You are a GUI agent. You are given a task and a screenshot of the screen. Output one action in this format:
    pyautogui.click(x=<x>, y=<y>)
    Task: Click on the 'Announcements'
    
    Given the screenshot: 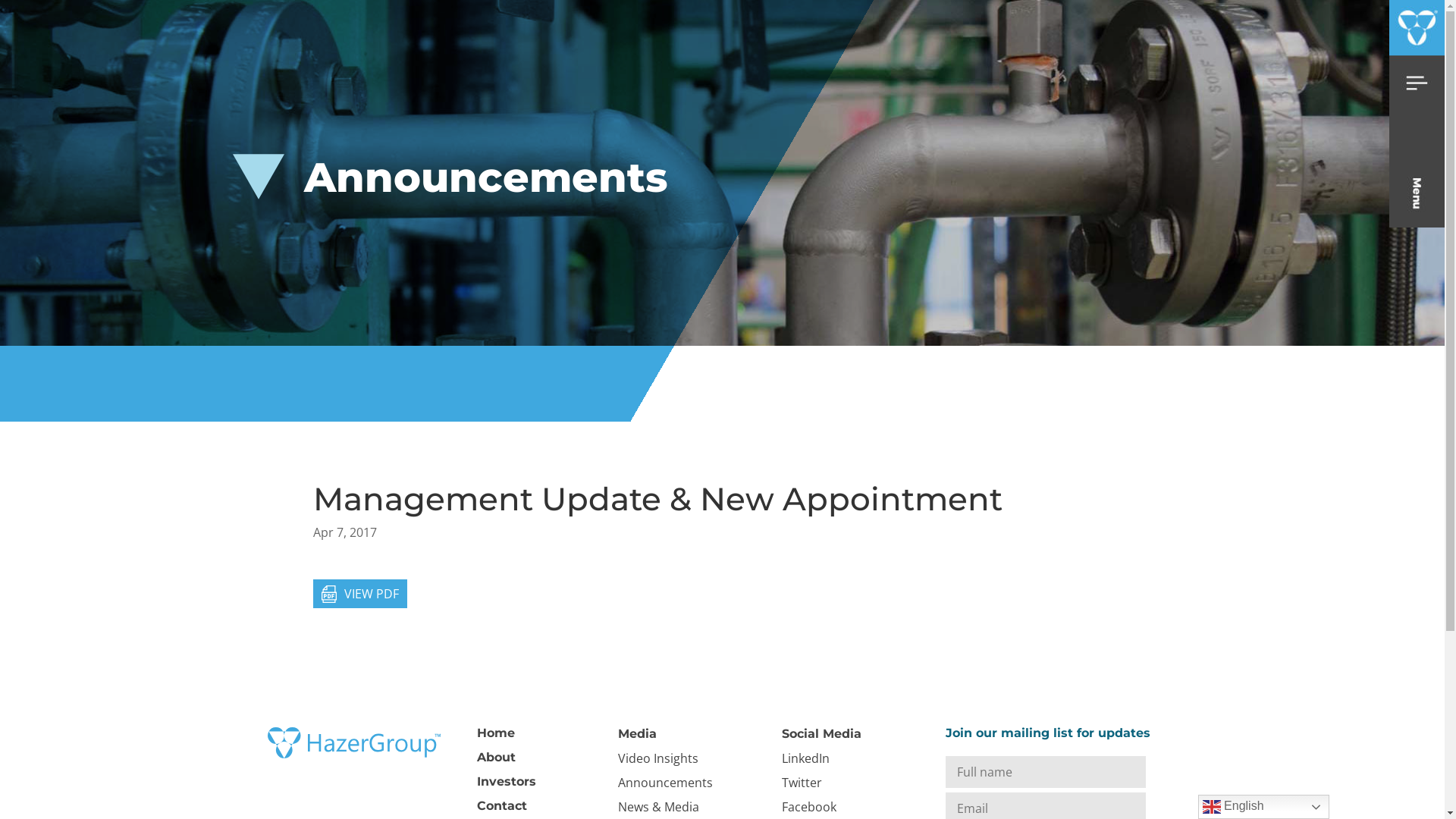 What is the action you would take?
    pyautogui.click(x=664, y=783)
    